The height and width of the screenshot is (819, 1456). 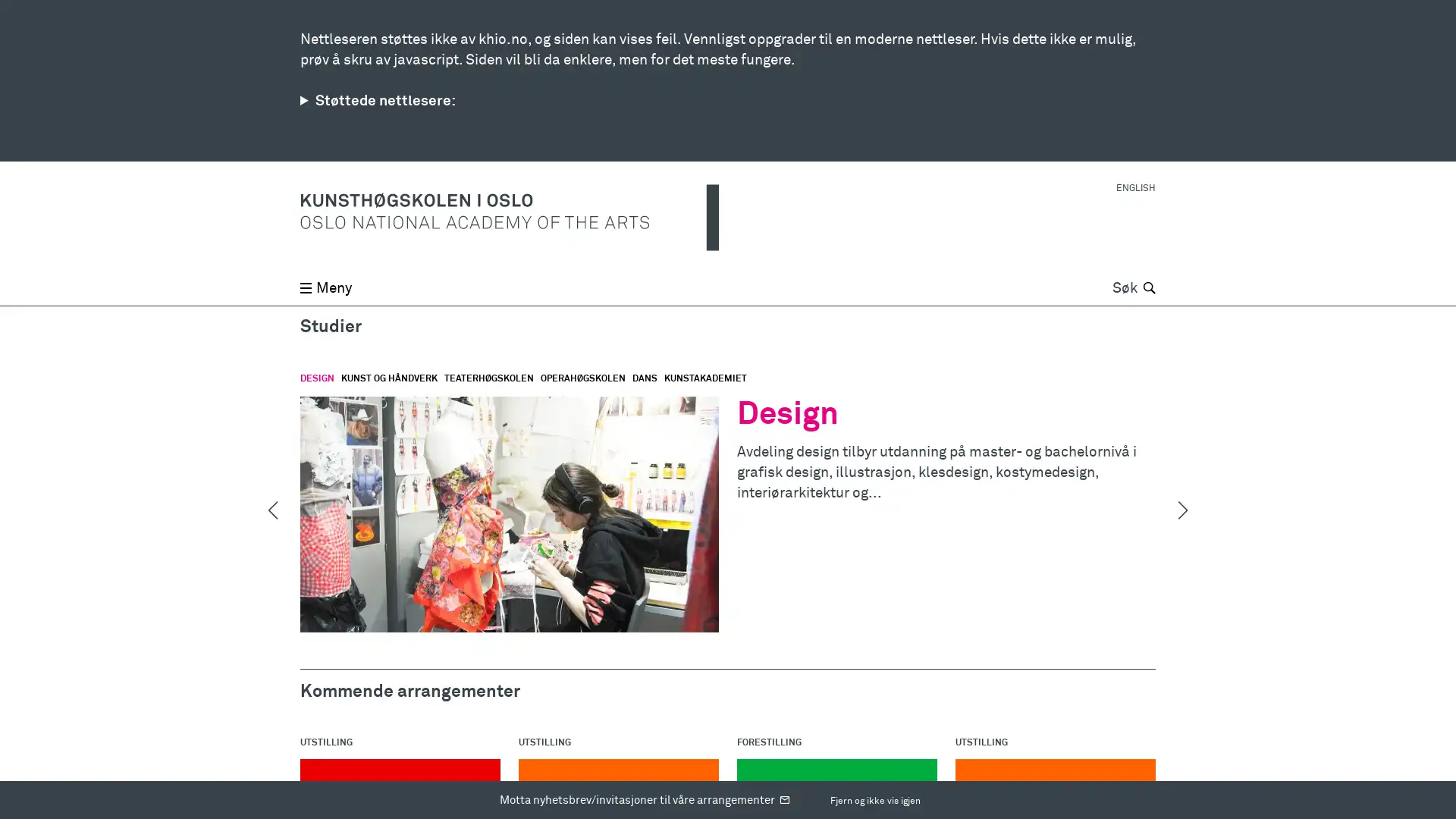 What do you see at coordinates (316, 379) in the screenshot?
I see `DESIGN` at bounding box center [316, 379].